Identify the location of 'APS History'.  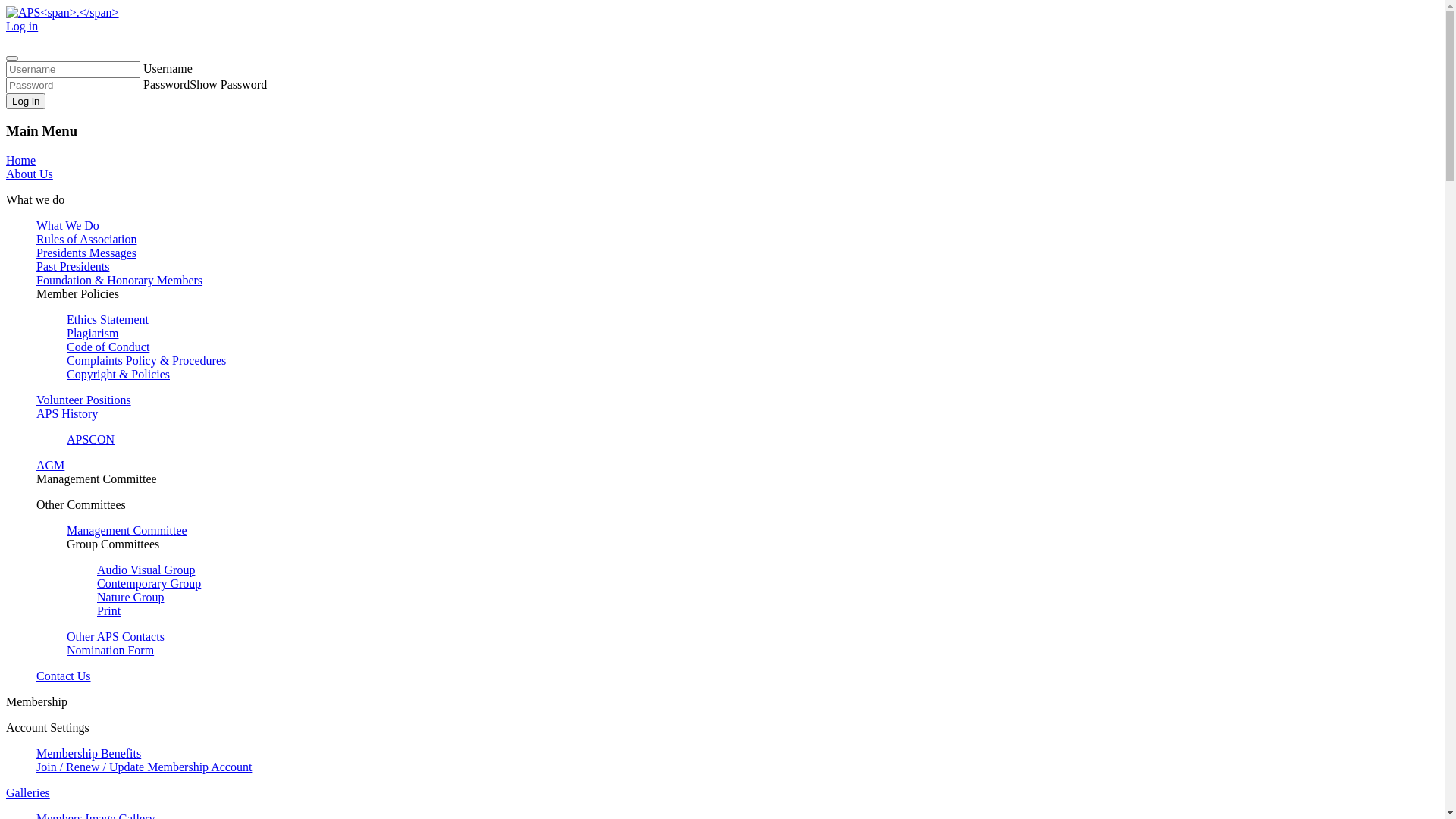
(66, 413).